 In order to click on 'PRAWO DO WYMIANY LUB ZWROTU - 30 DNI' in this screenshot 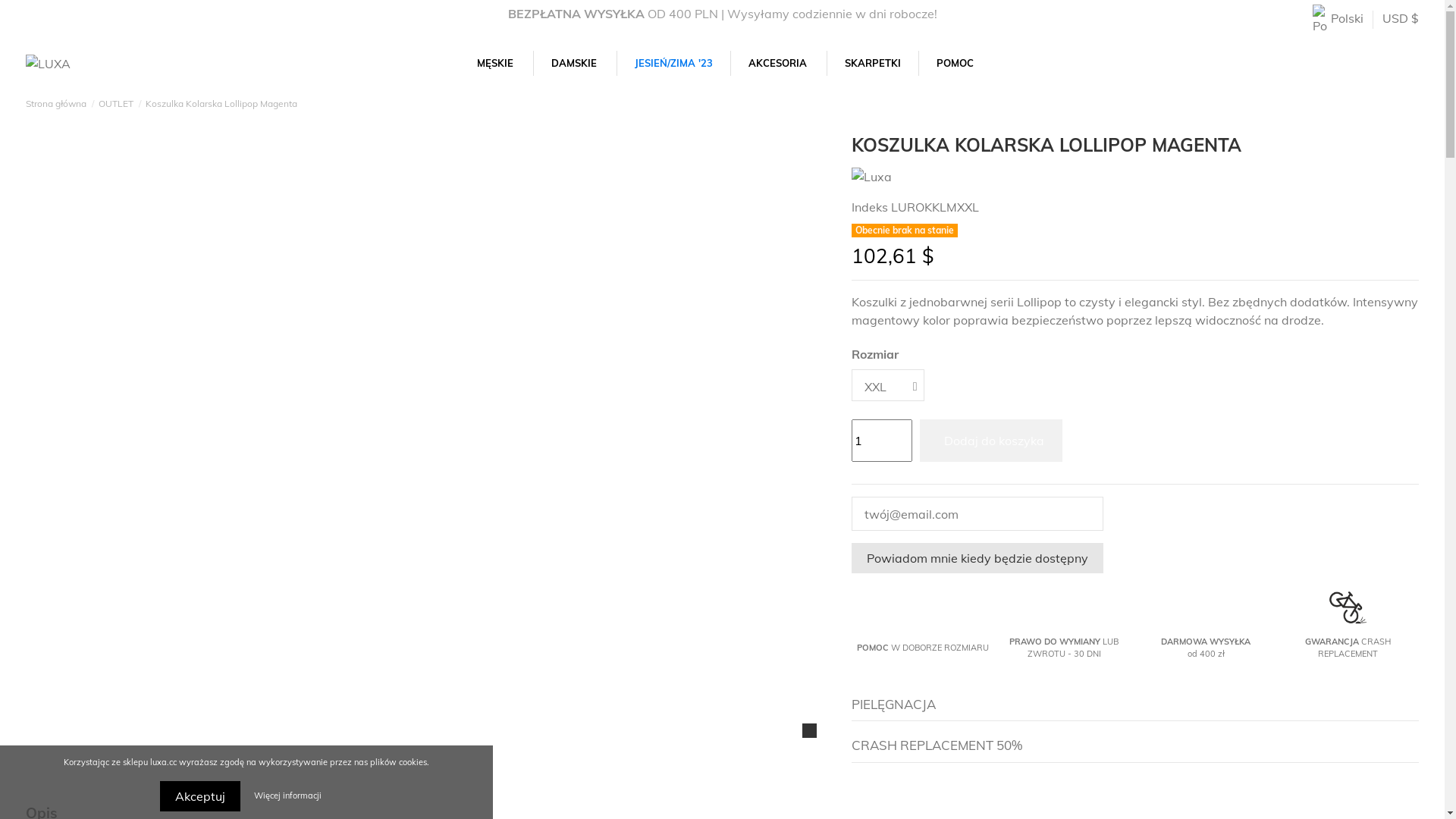, I will do `click(1009, 647)`.